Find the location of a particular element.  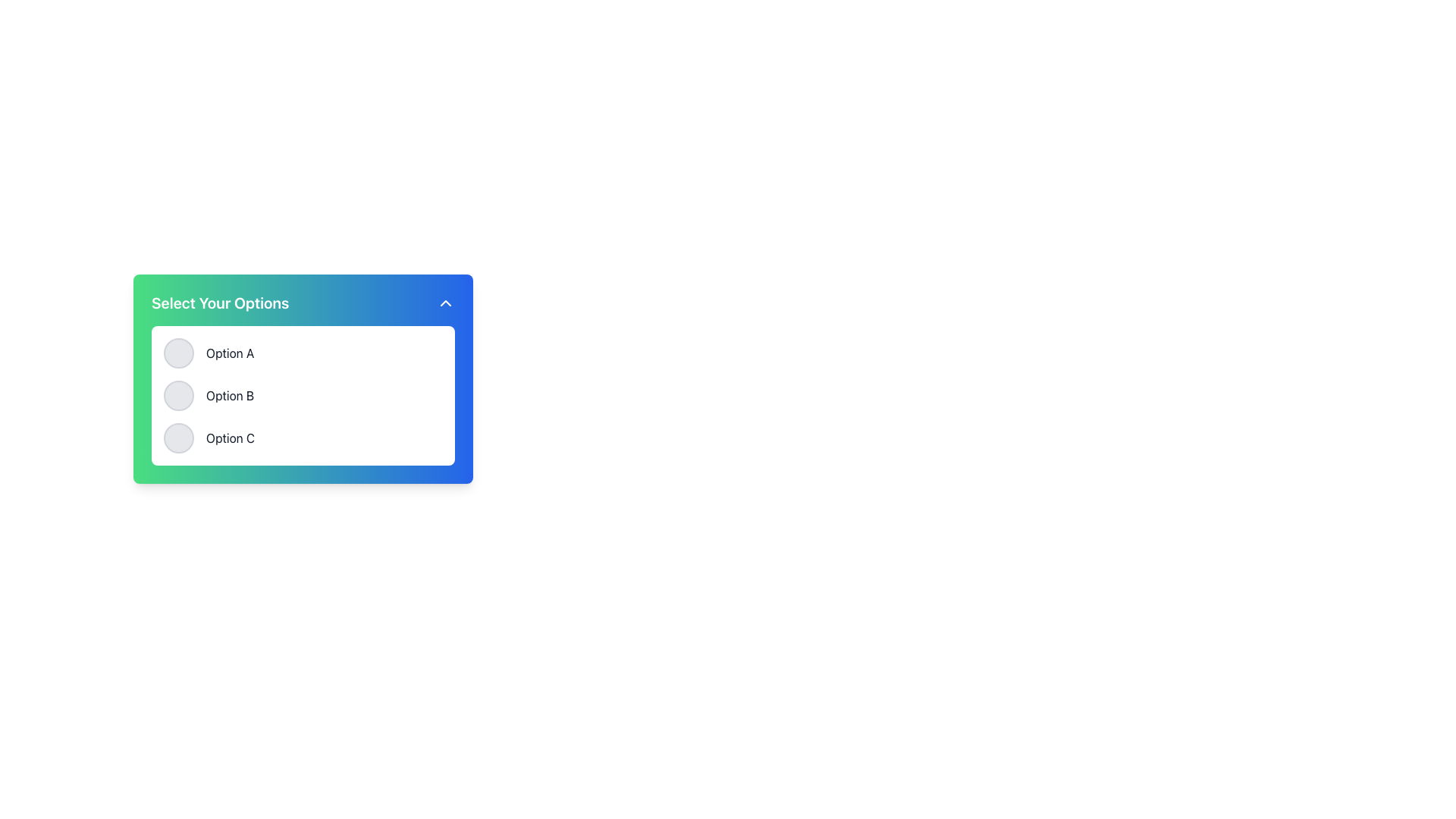

the circular button of the 'Option B' selector is located at coordinates (303, 394).